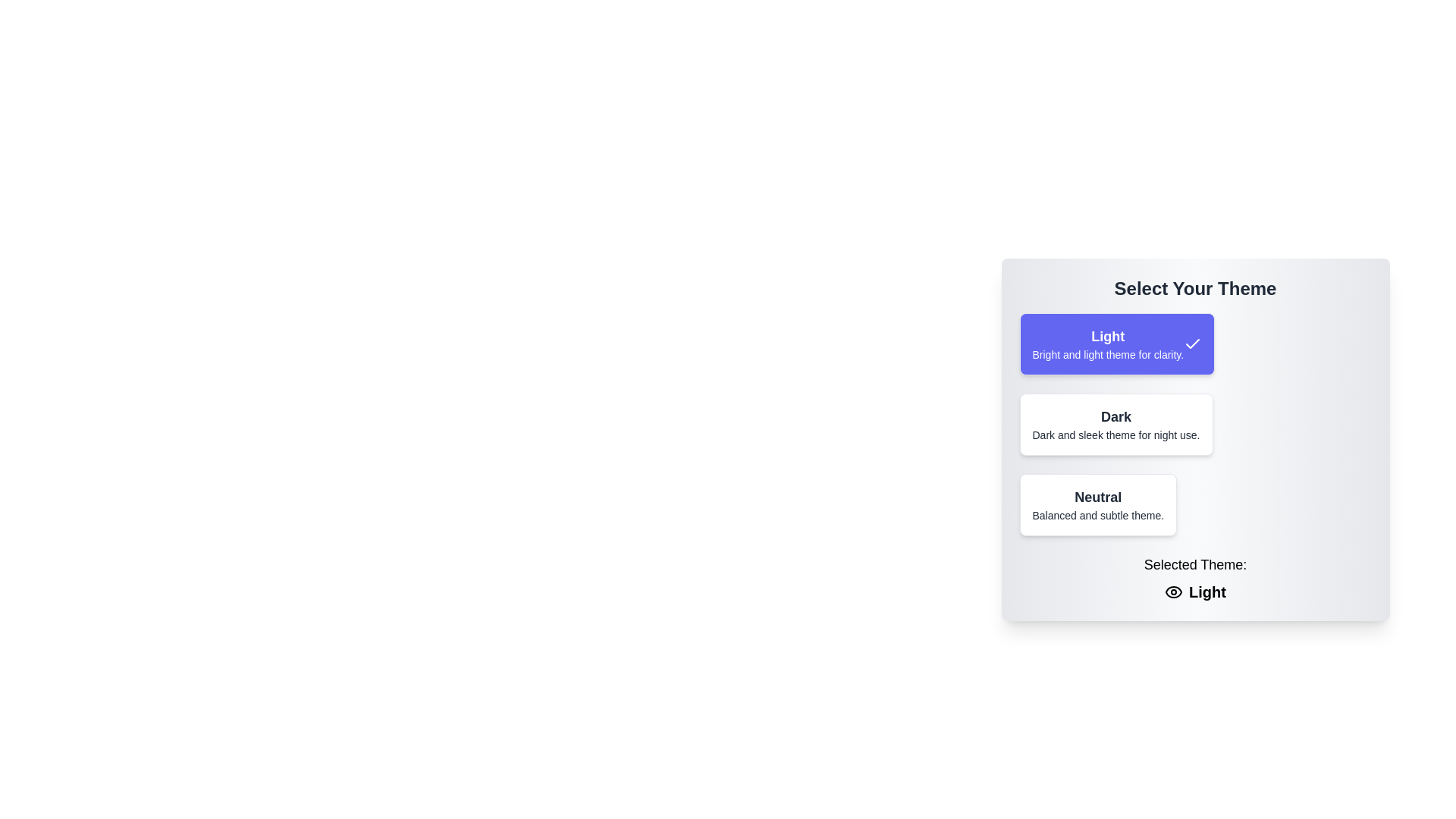 The height and width of the screenshot is (819, 1456). Describe the element at coordinates (1116, 424) in the screenshot. I see `the selectable 'Dark' theme option text within the second card of the theme selection interface` at that location.